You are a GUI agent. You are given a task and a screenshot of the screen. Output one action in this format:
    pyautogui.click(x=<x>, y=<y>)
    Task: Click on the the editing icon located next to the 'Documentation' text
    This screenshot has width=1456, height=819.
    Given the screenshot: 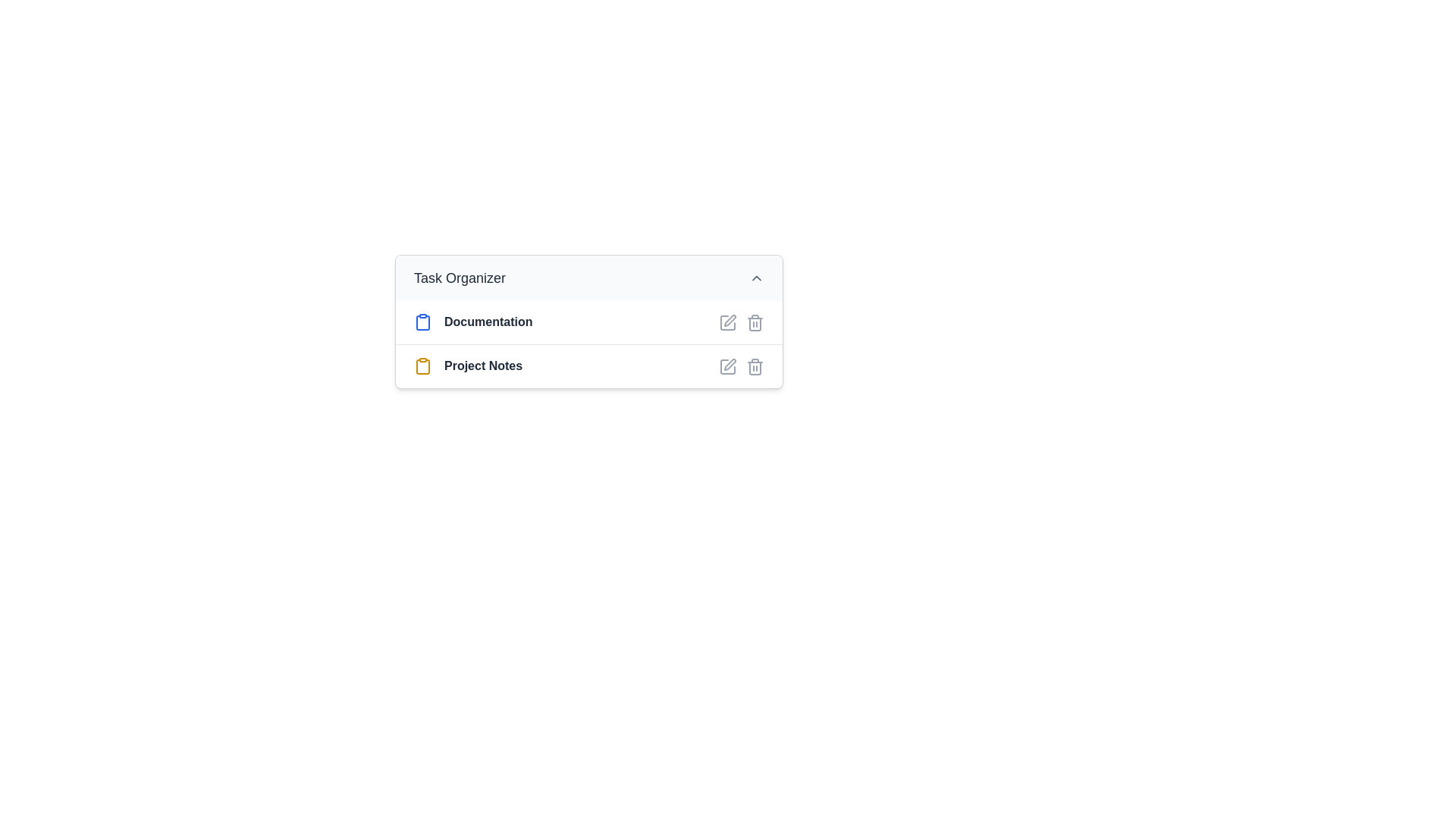 What is the action you would take?
    pyautogui.click(x=730, y=319)
    